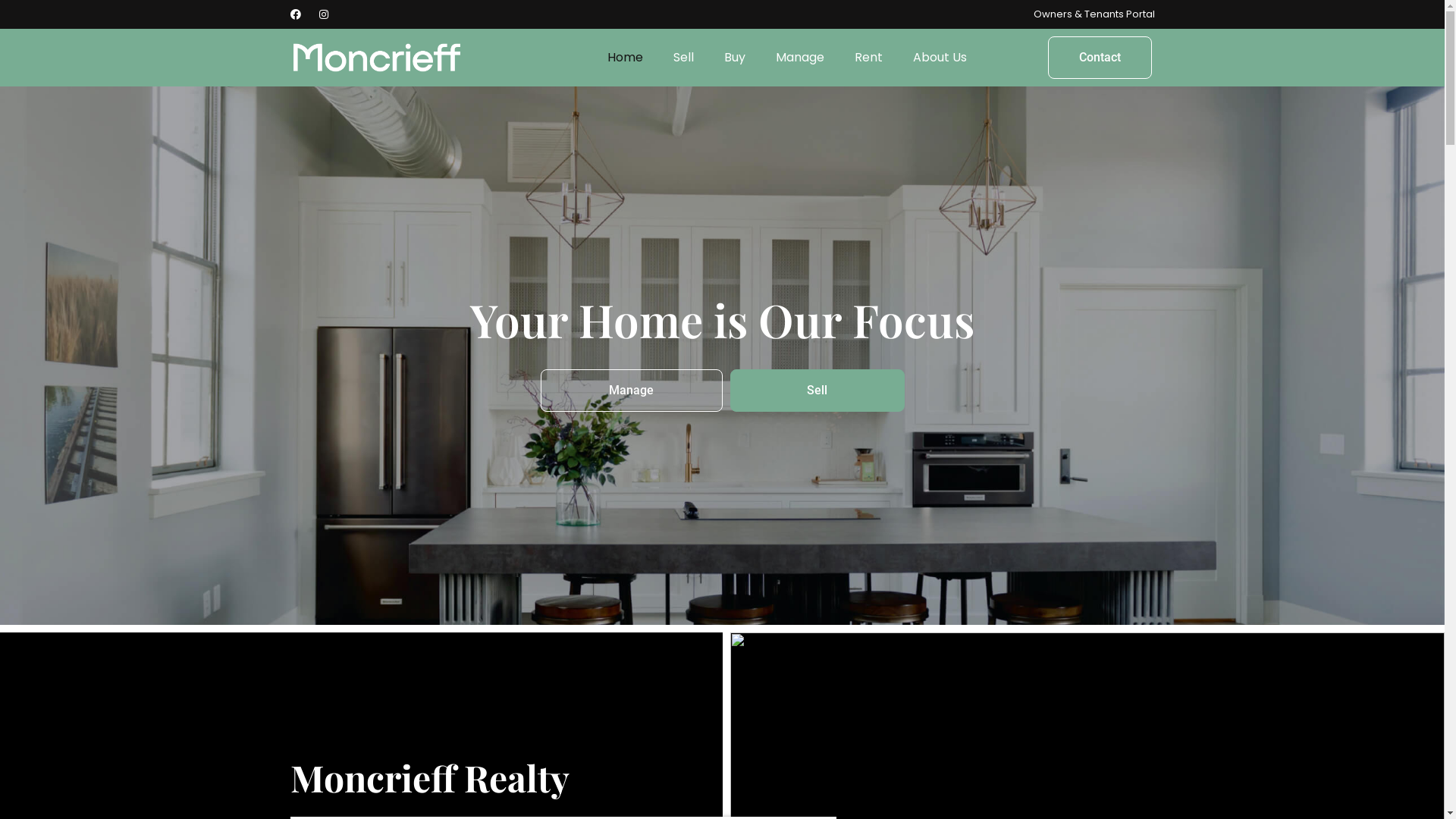 The width and height of the screenshot is (1456, 819). What do you see at coordinates (939, 57) in the screenshot?
I see `'About Us'` at bounding box center [939, 57].